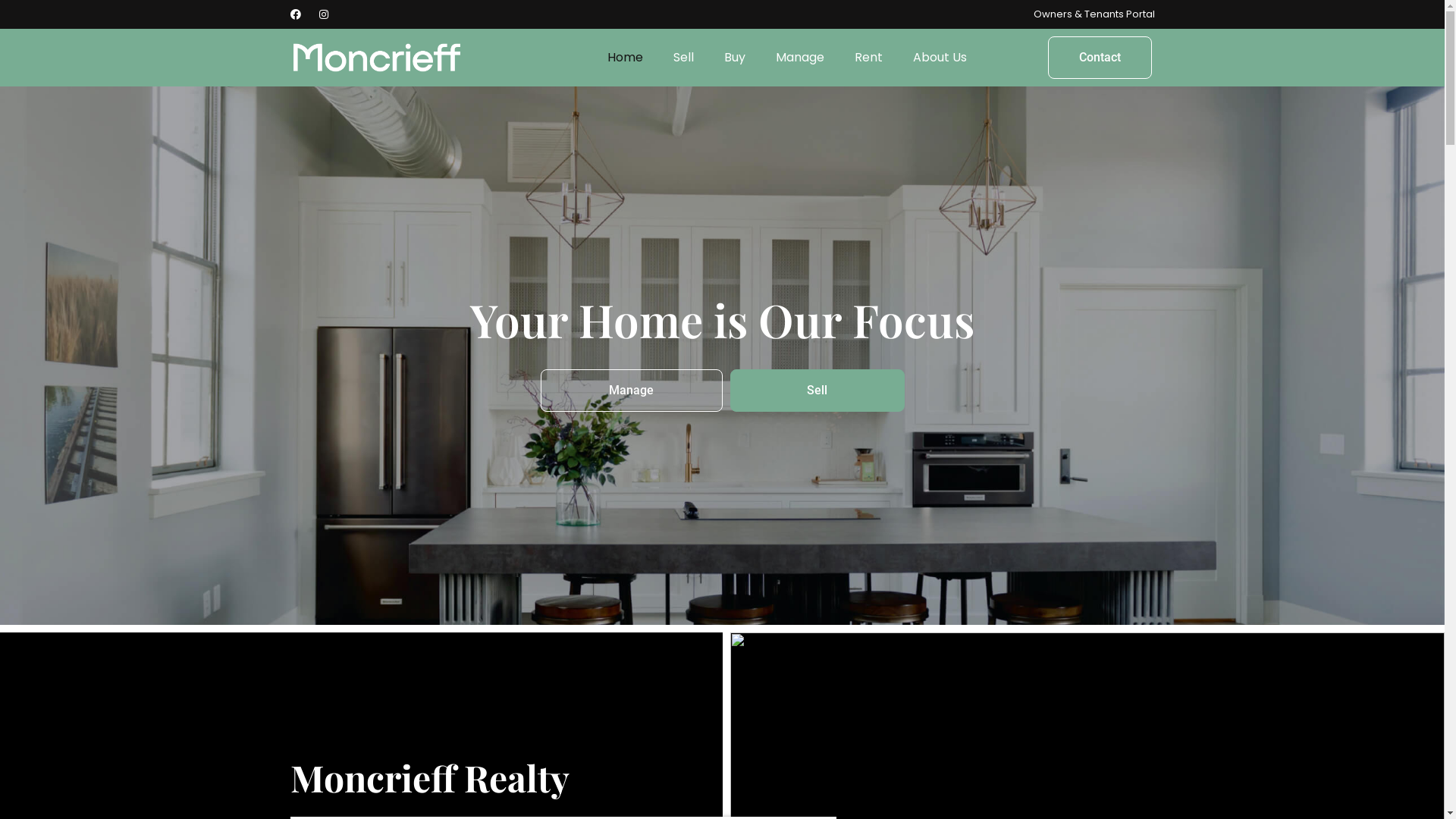 The width and height of the screenshot is (1456, 819). What do you see at coordinates (939, 57) in the screenshot?
I see `'About Us'` at bounding box center [939, 57].